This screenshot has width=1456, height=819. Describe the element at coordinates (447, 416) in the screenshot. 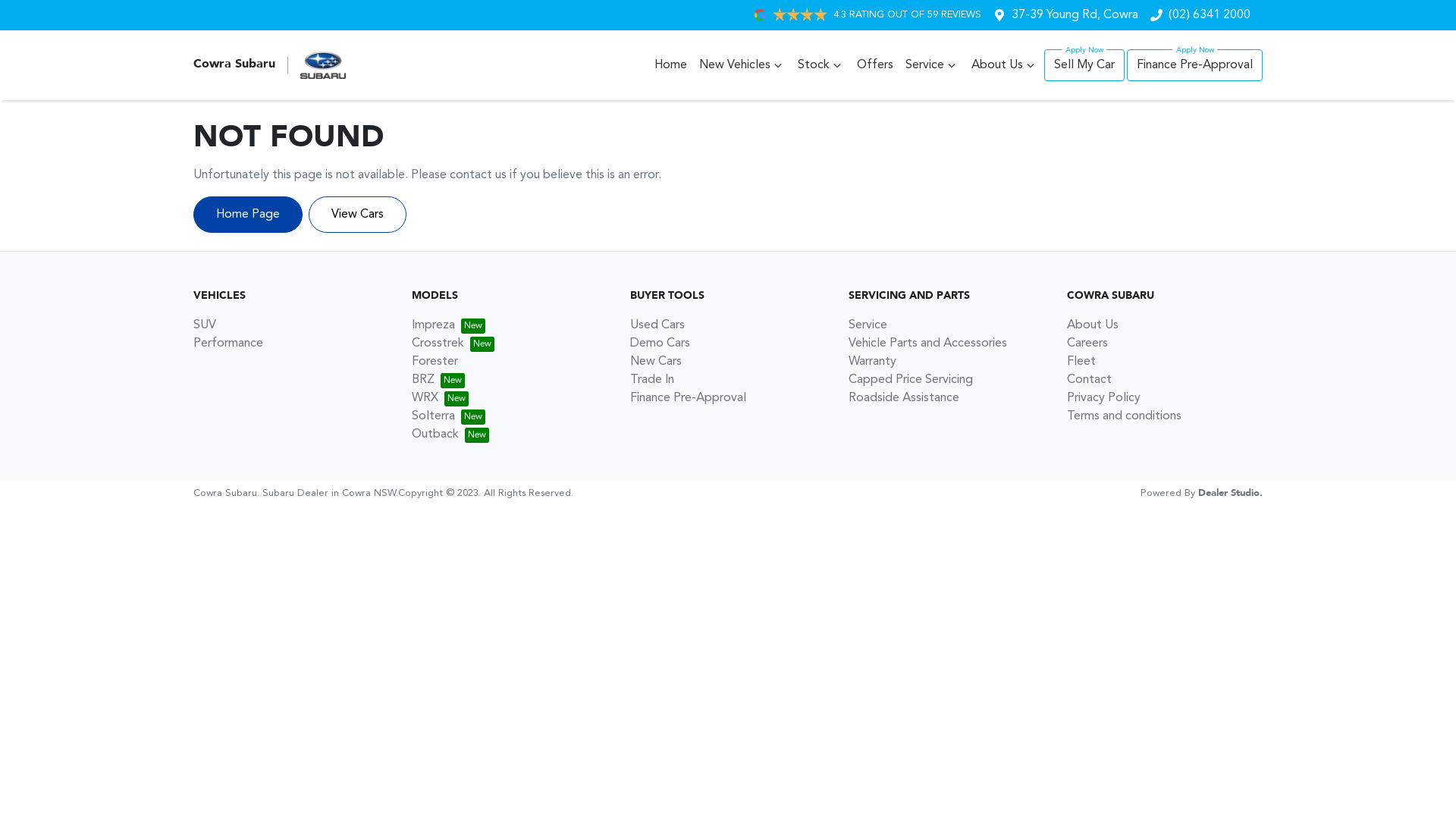

I see `'Solterra'` at that location.